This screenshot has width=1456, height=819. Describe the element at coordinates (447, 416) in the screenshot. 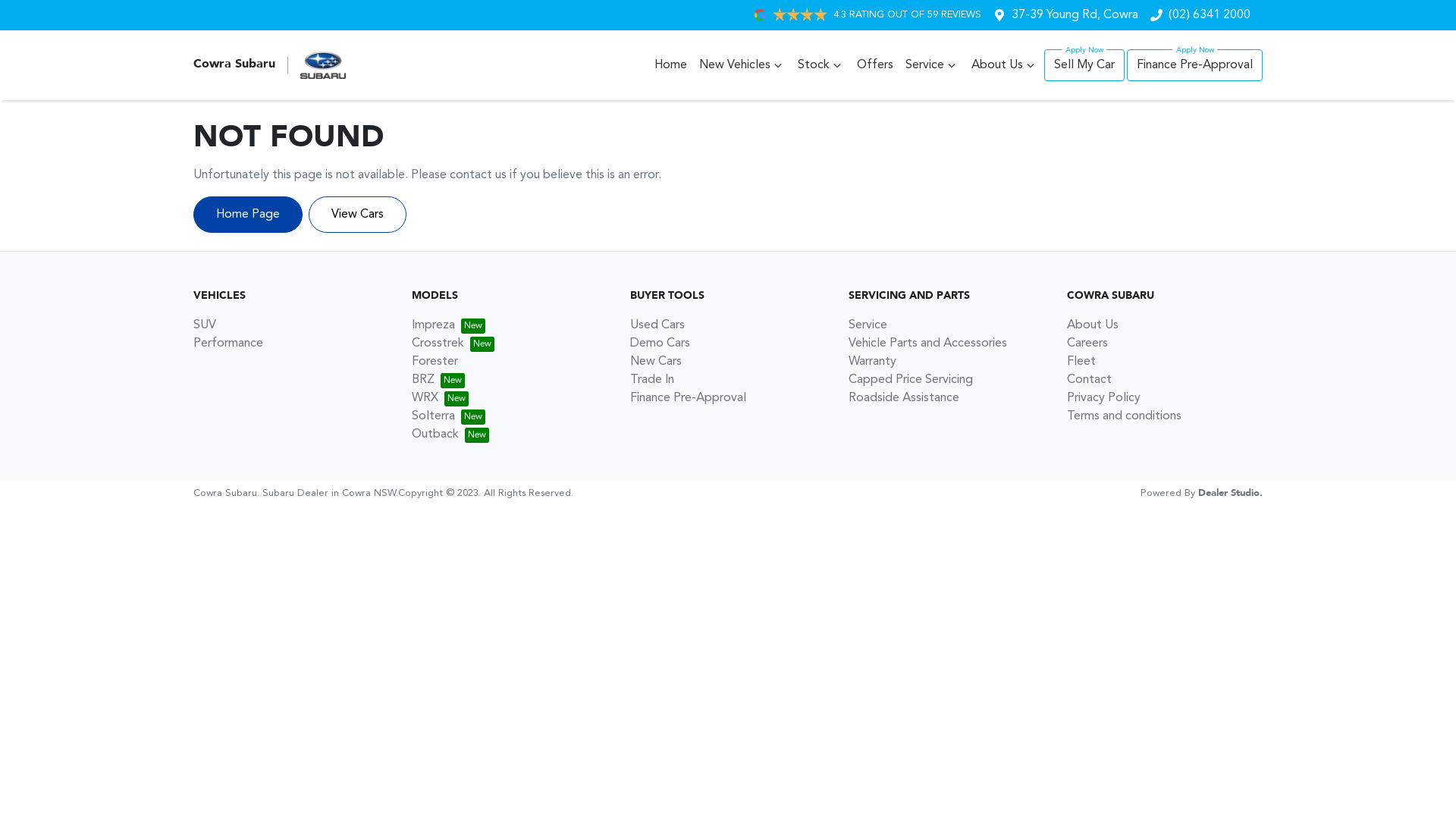

I see `'Solterra'` at that location.